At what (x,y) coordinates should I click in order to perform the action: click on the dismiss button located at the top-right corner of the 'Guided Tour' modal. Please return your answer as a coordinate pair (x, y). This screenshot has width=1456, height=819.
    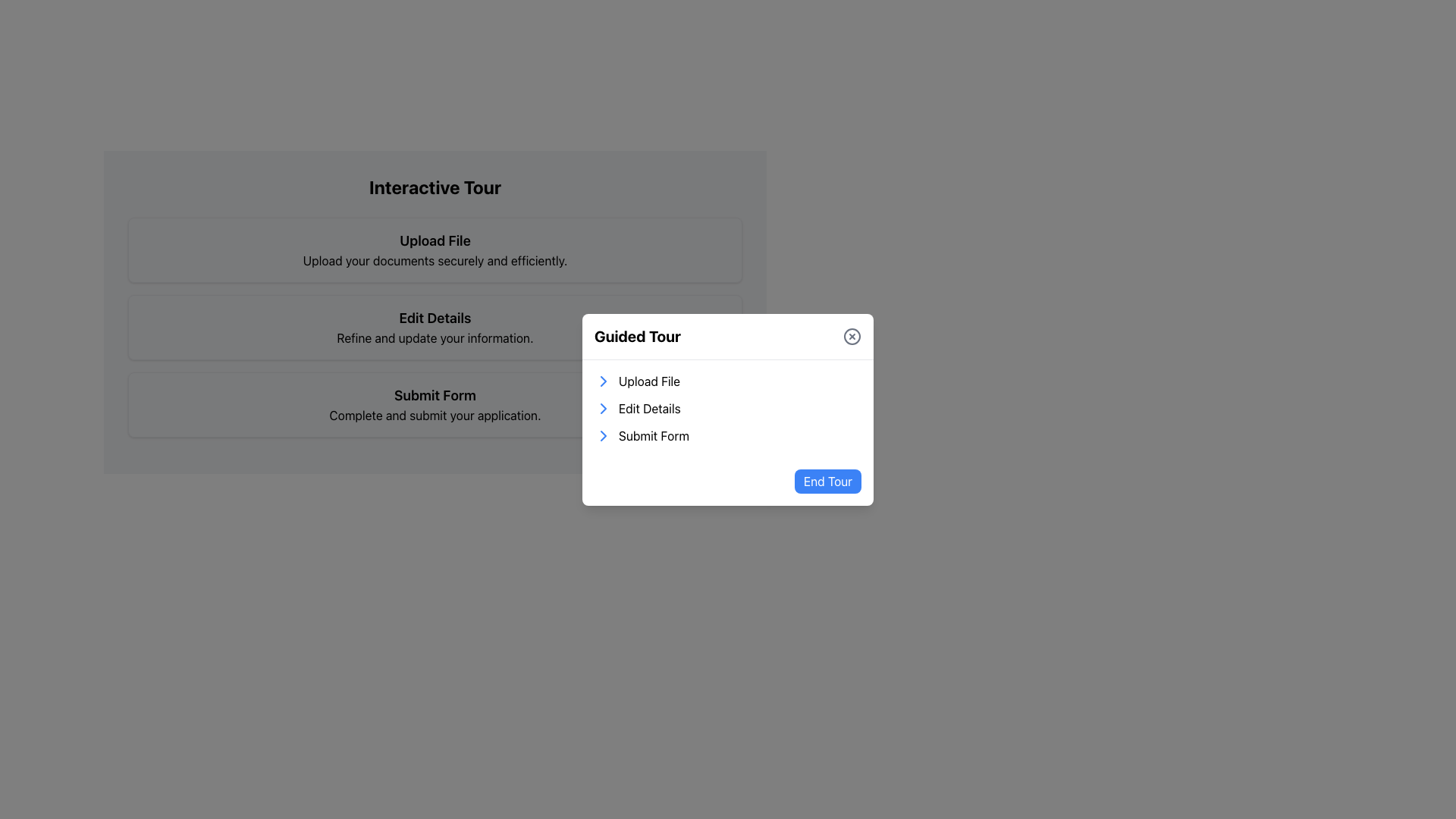
    Looking at the image, I should click on (852, 335).